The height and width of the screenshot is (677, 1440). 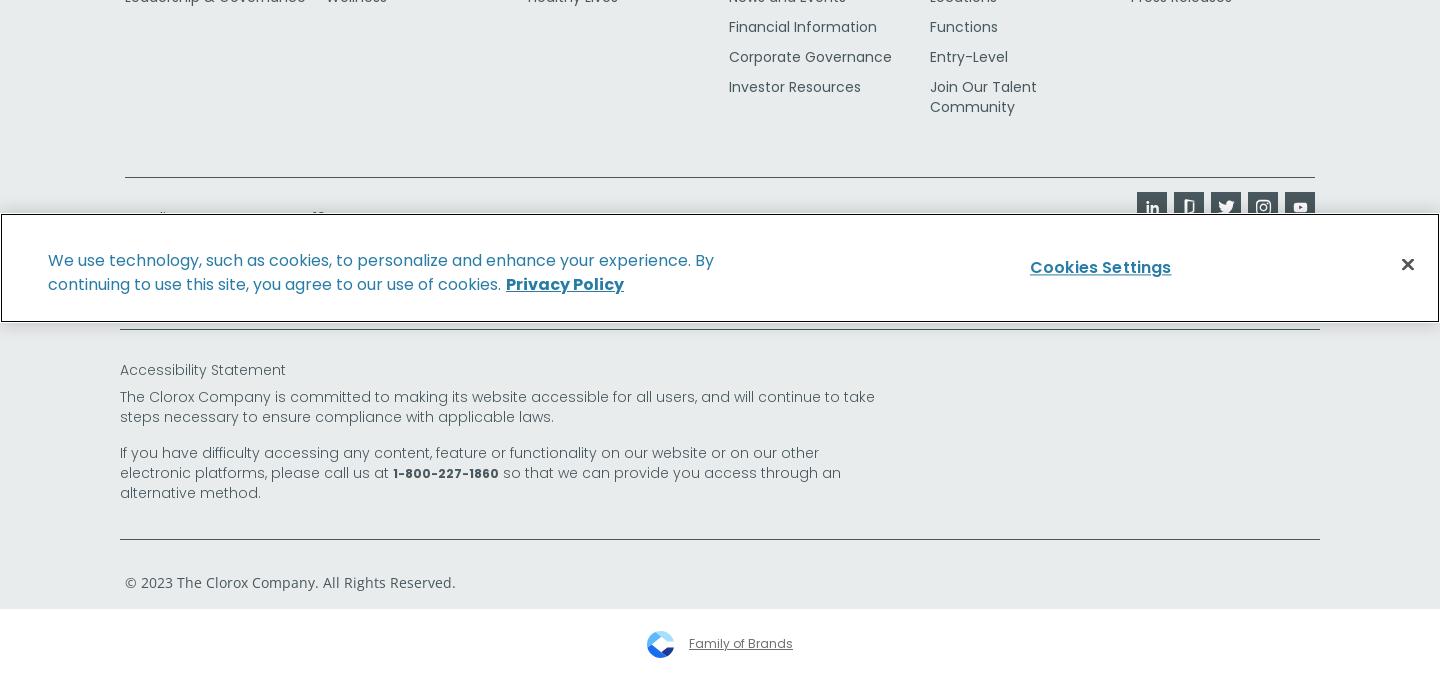 I want to click on 'Privacy Policy', so click(x=332, y=286).